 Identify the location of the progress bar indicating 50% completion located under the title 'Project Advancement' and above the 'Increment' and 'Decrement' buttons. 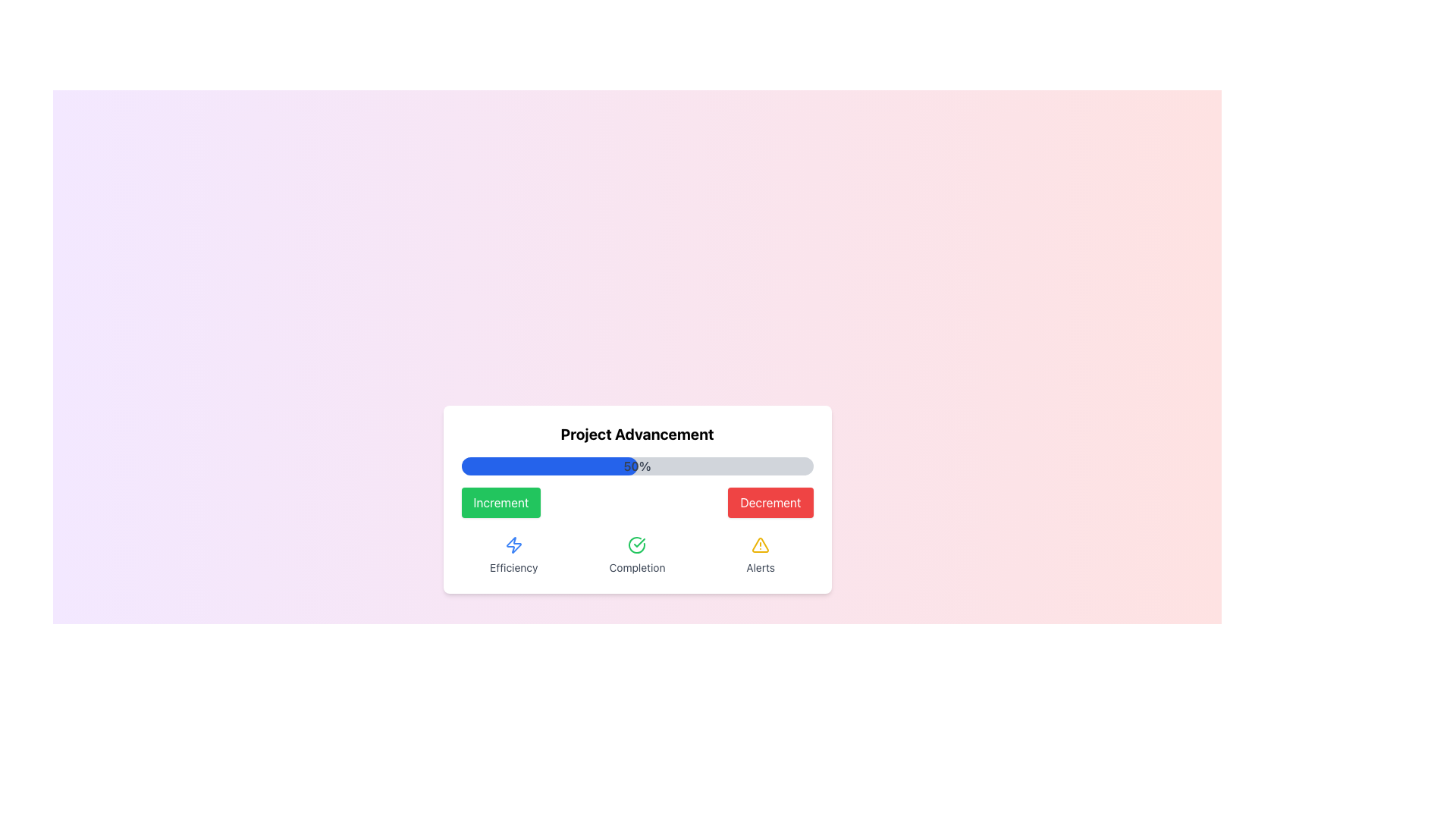
(637, 465).